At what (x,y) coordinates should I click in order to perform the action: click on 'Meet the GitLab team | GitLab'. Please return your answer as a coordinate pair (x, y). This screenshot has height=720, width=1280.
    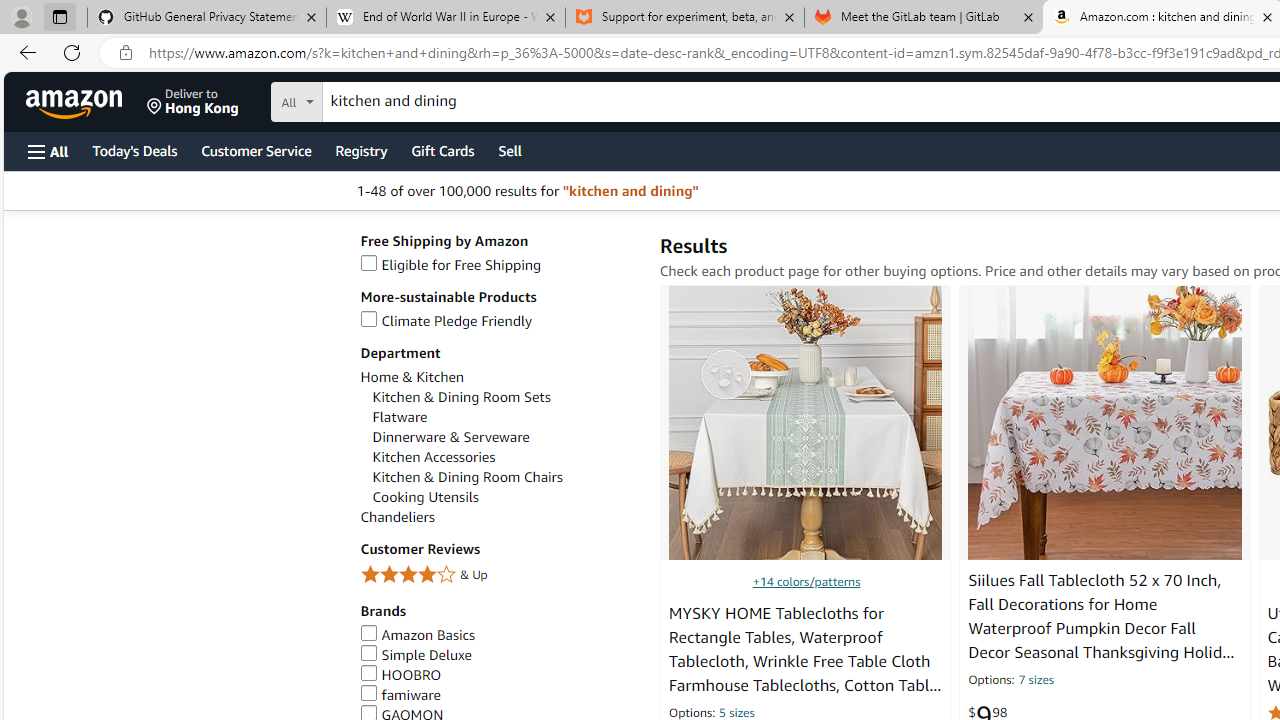
    Looking at the image, I should click on (923, 17).